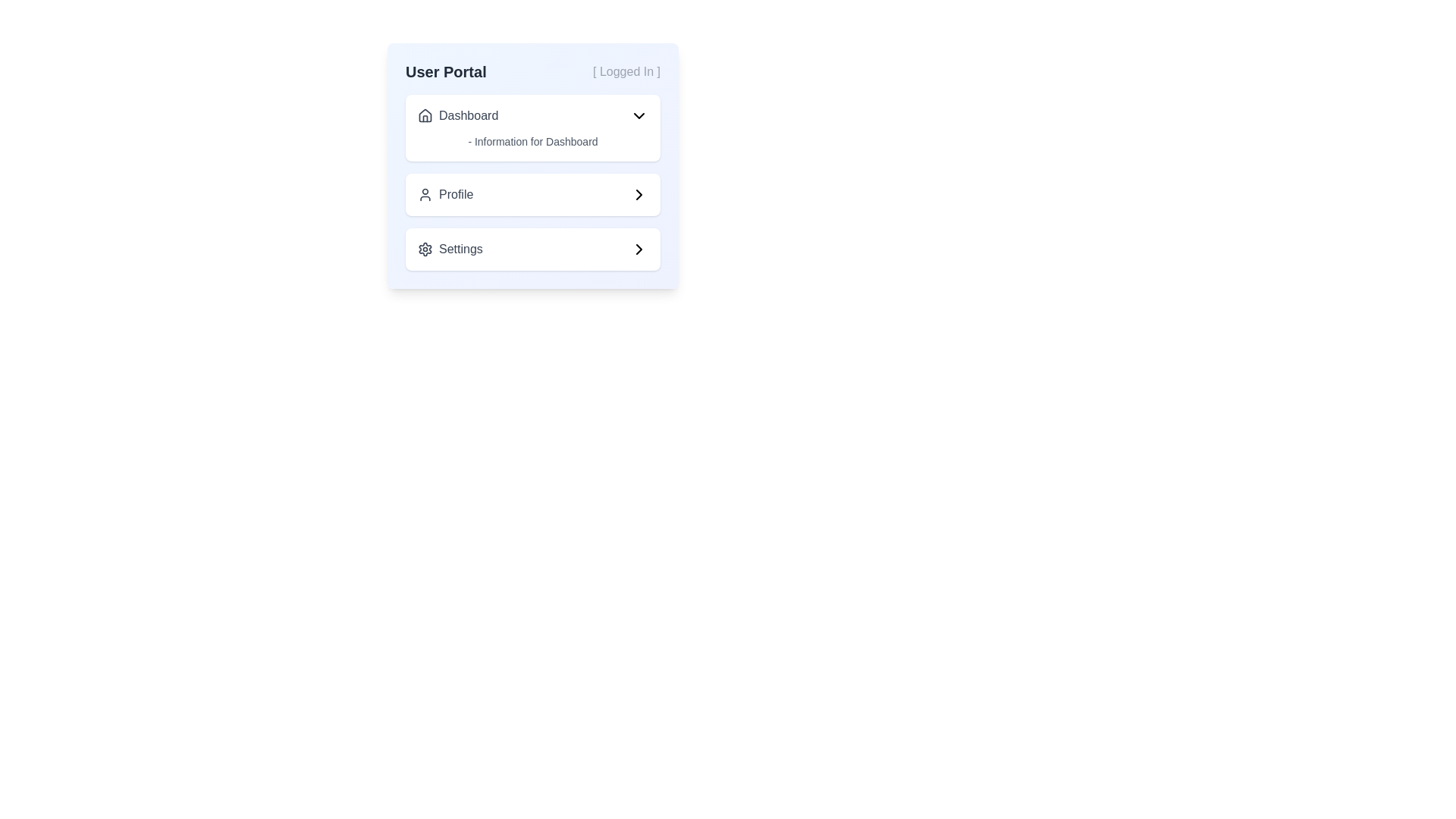 This screenshot has width=1456, height=819. I want to click on the non-interactive text label providing additional information related to the 'Dashboard' section, located directly below the 'Dashboard' label, so click(532, 141).